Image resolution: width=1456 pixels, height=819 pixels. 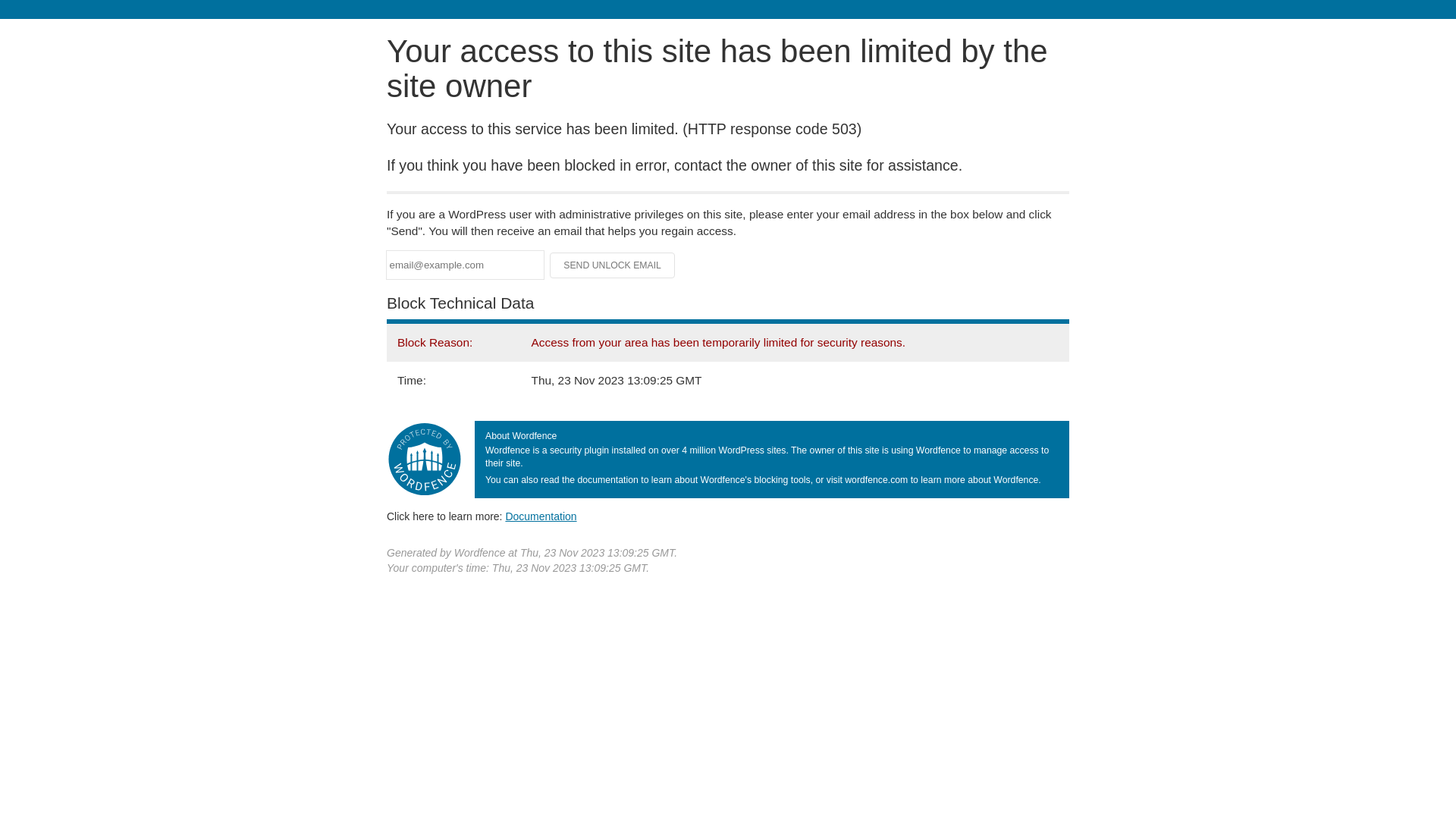 I want to click on 'Documentation', so click(x=541, y=516).